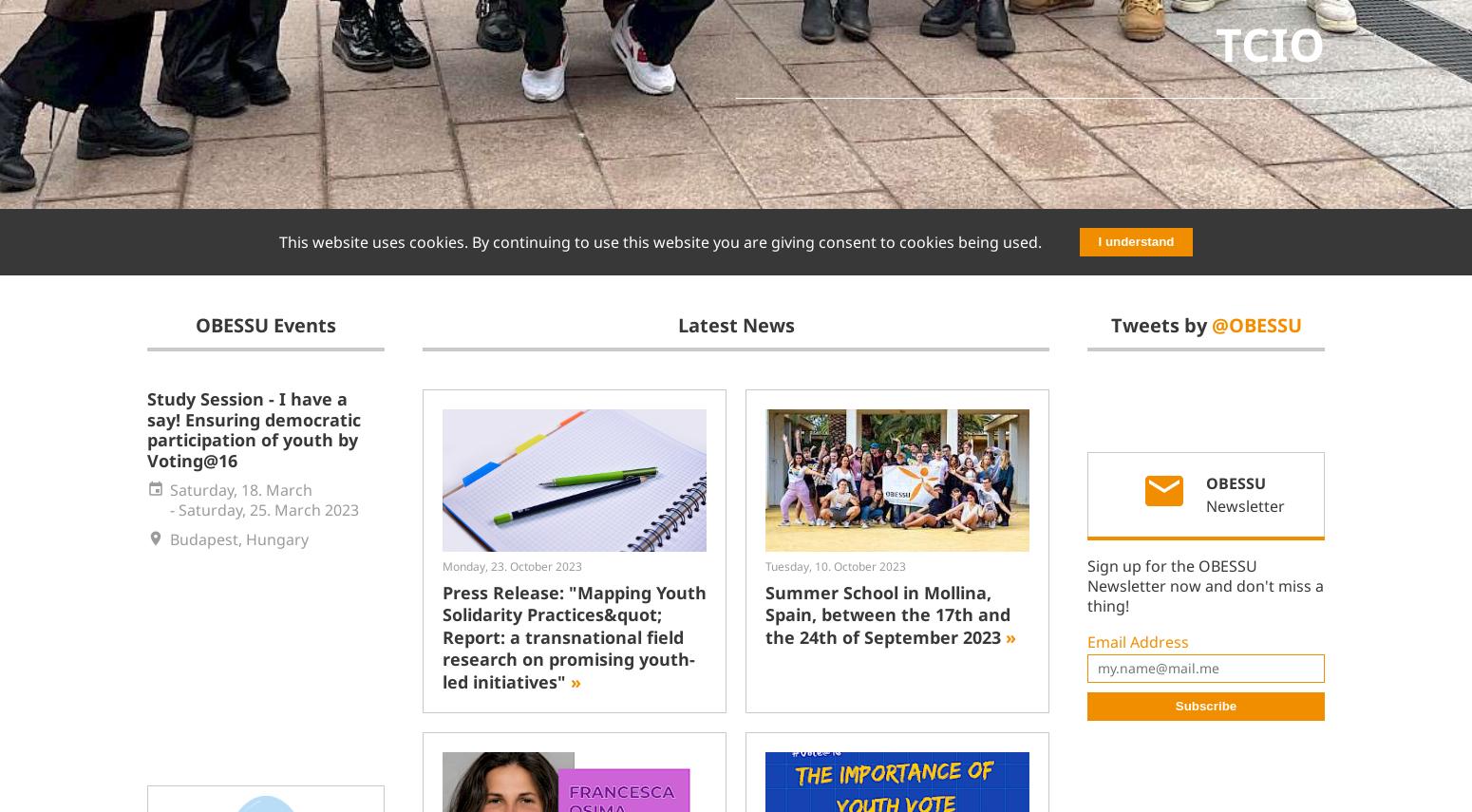 The height and width of the screenshot is (812, 1472). Describe the element at coordinates (1235, 482) in the screenshot. I see `'OBESSU'` at that location.